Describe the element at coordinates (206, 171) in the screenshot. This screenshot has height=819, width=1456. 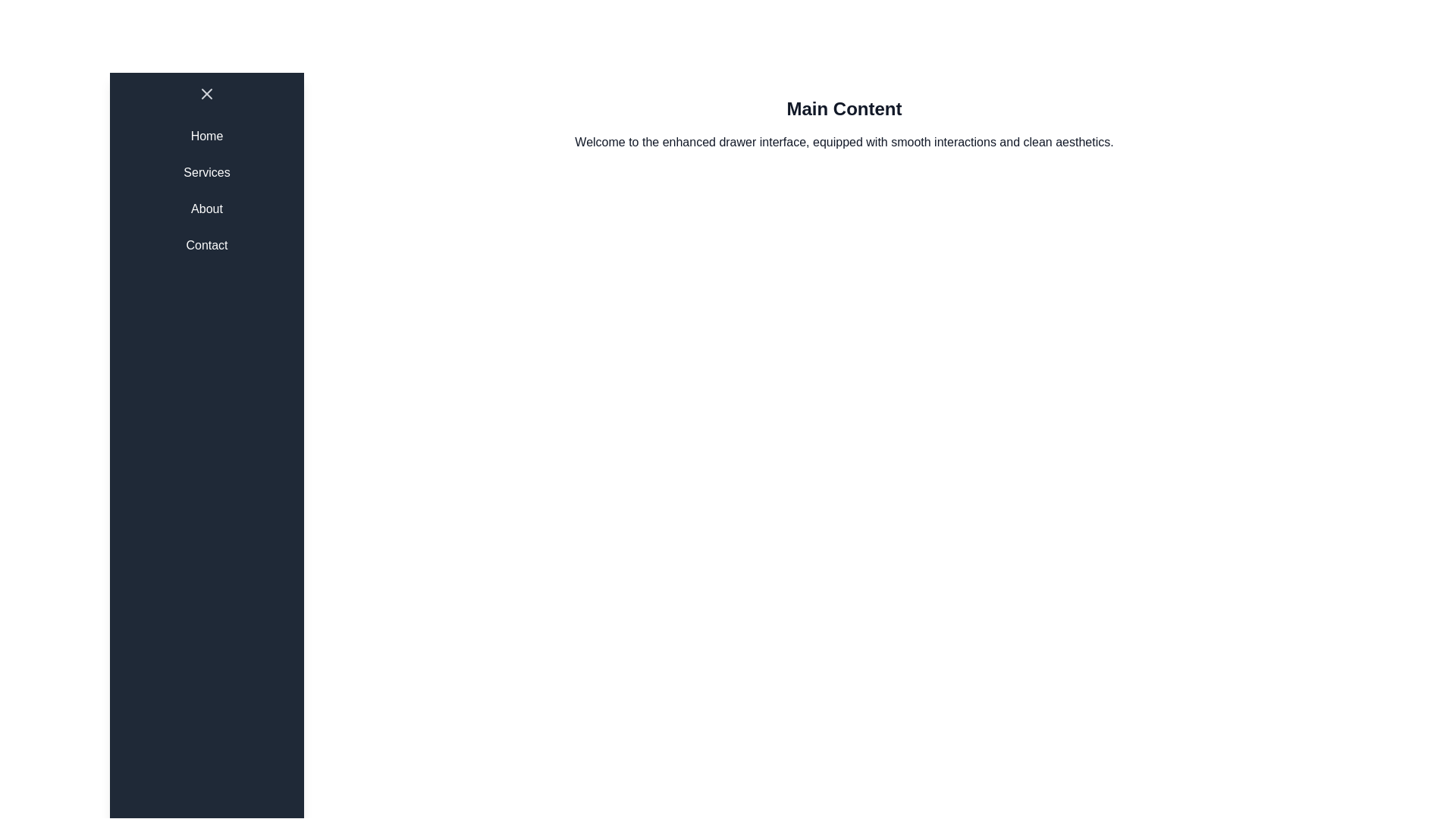
I see `the 'Services' button, which is the second item in the vertical navigational list on the dark blue panel` at that location.